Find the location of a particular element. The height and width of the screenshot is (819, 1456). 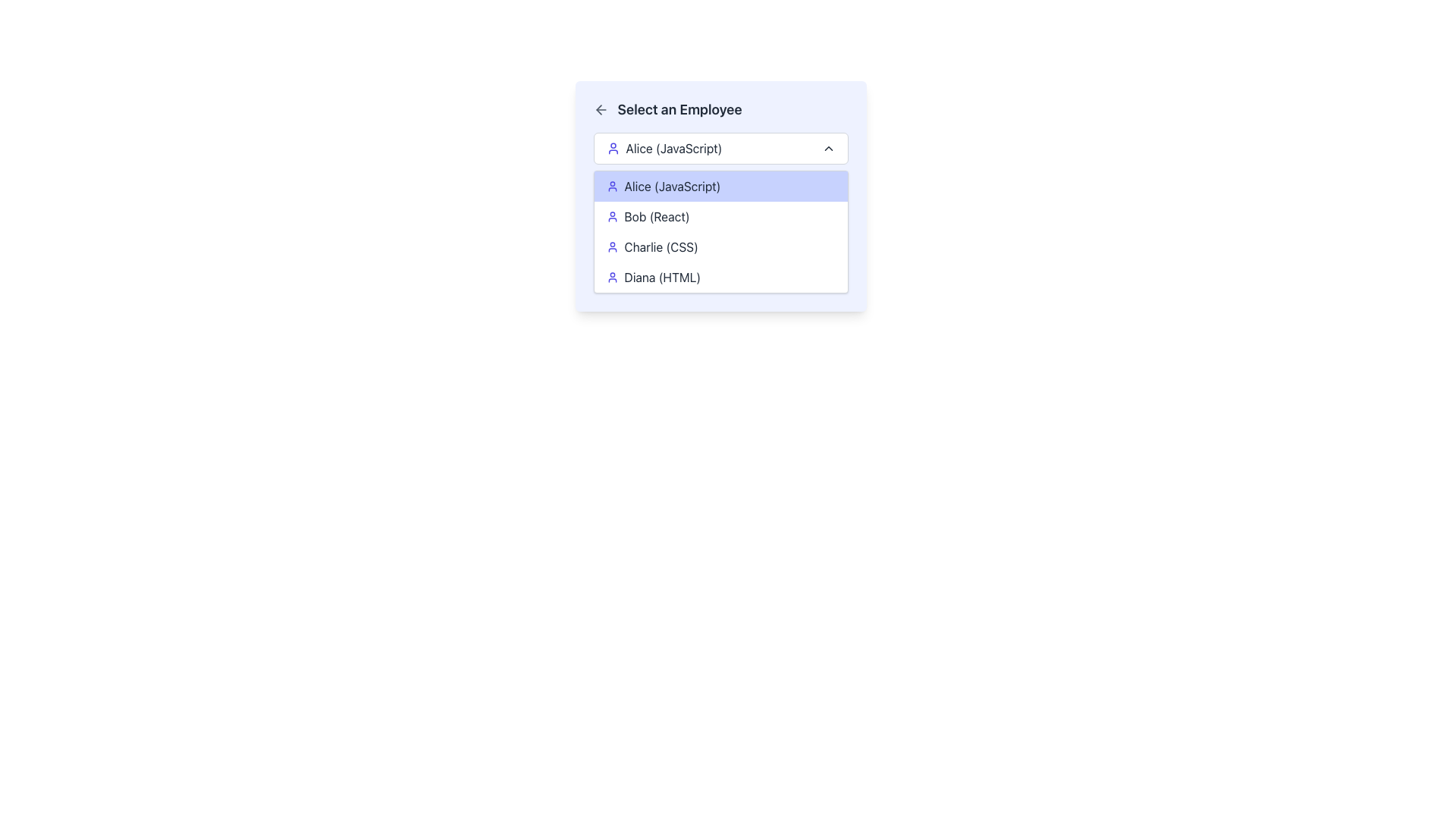

the dropdown selection box labeled 'Alice (JavaScript)' located beneath the title 'Select an Employee' is located at coordinates (720, 149).